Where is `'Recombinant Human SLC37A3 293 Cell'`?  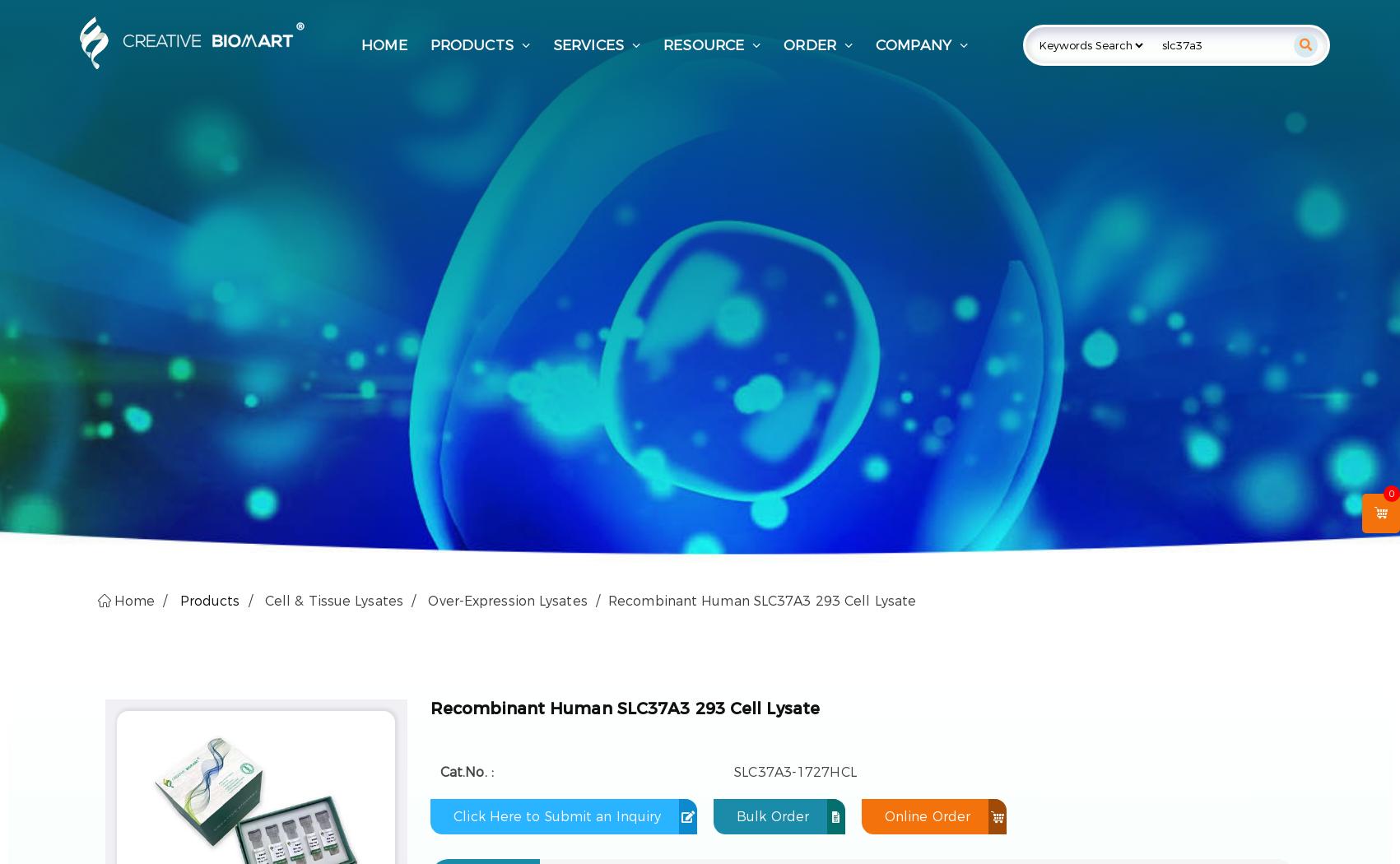
'Recombinant Human SLC37A3 293 Cell' is located at coordinates (597, 707).